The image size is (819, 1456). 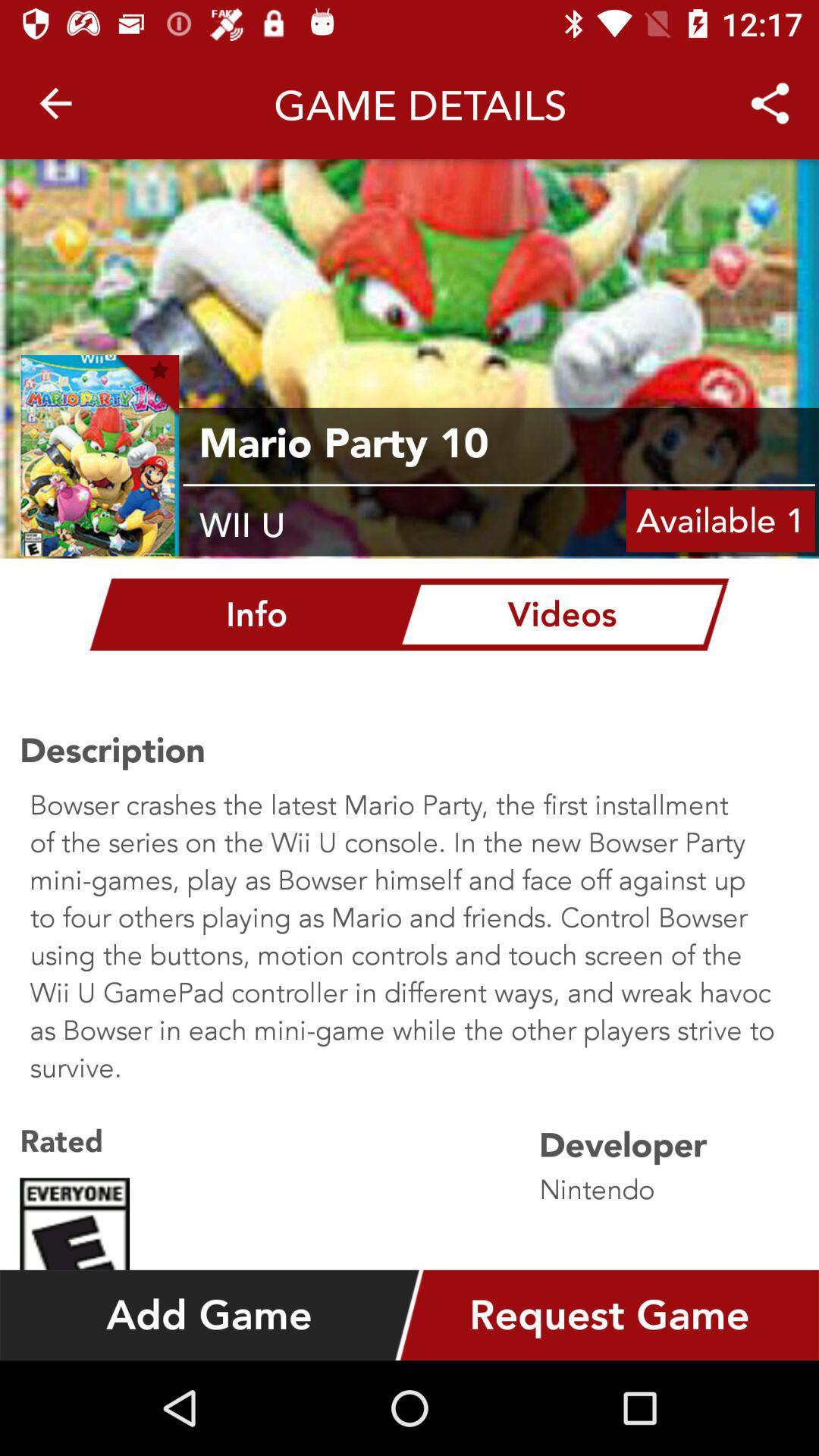 I want to click on the share icon, so click(x=769, y=96).